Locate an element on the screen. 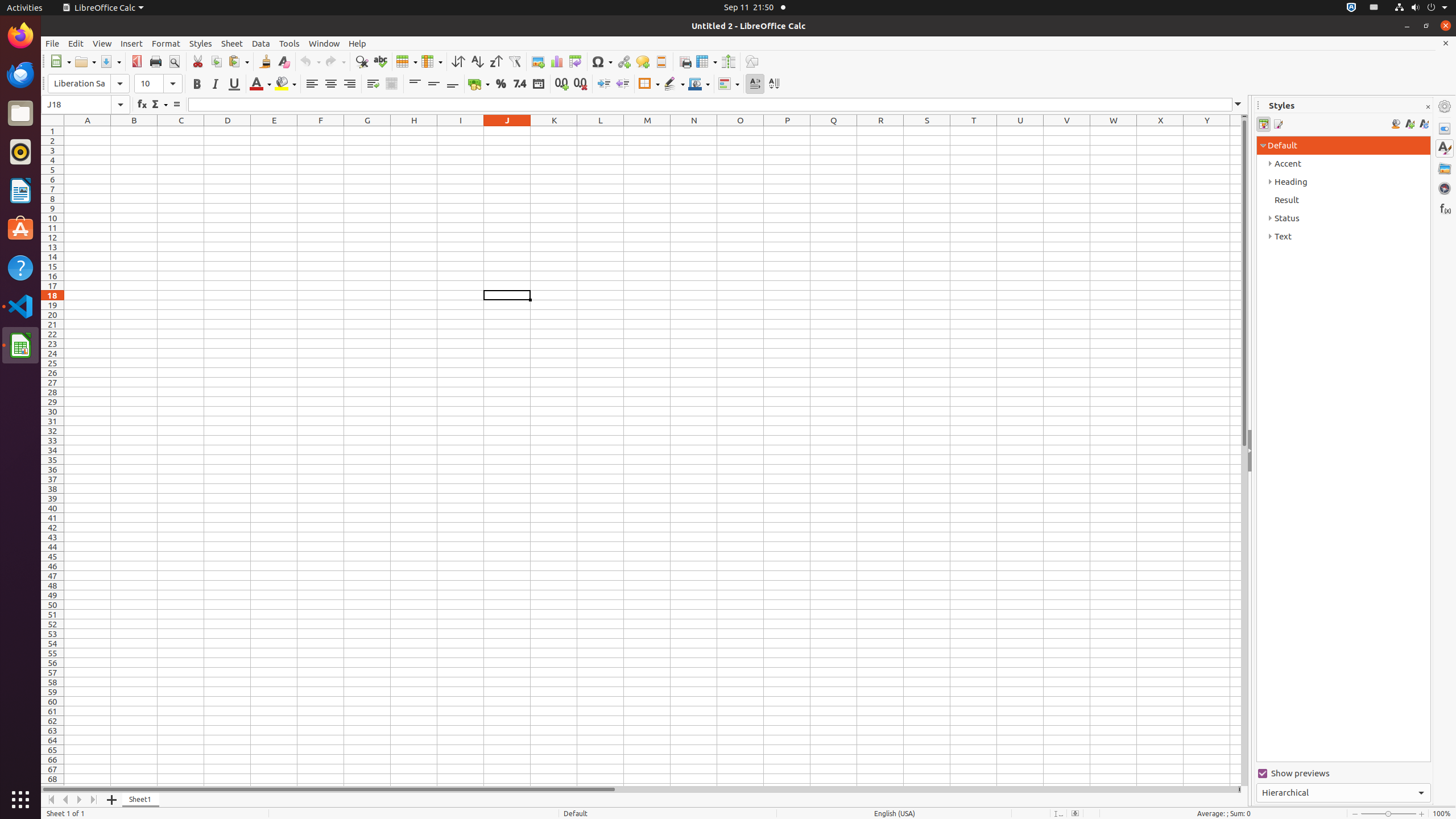  'Symbol' is located at coordinates (601, 61).